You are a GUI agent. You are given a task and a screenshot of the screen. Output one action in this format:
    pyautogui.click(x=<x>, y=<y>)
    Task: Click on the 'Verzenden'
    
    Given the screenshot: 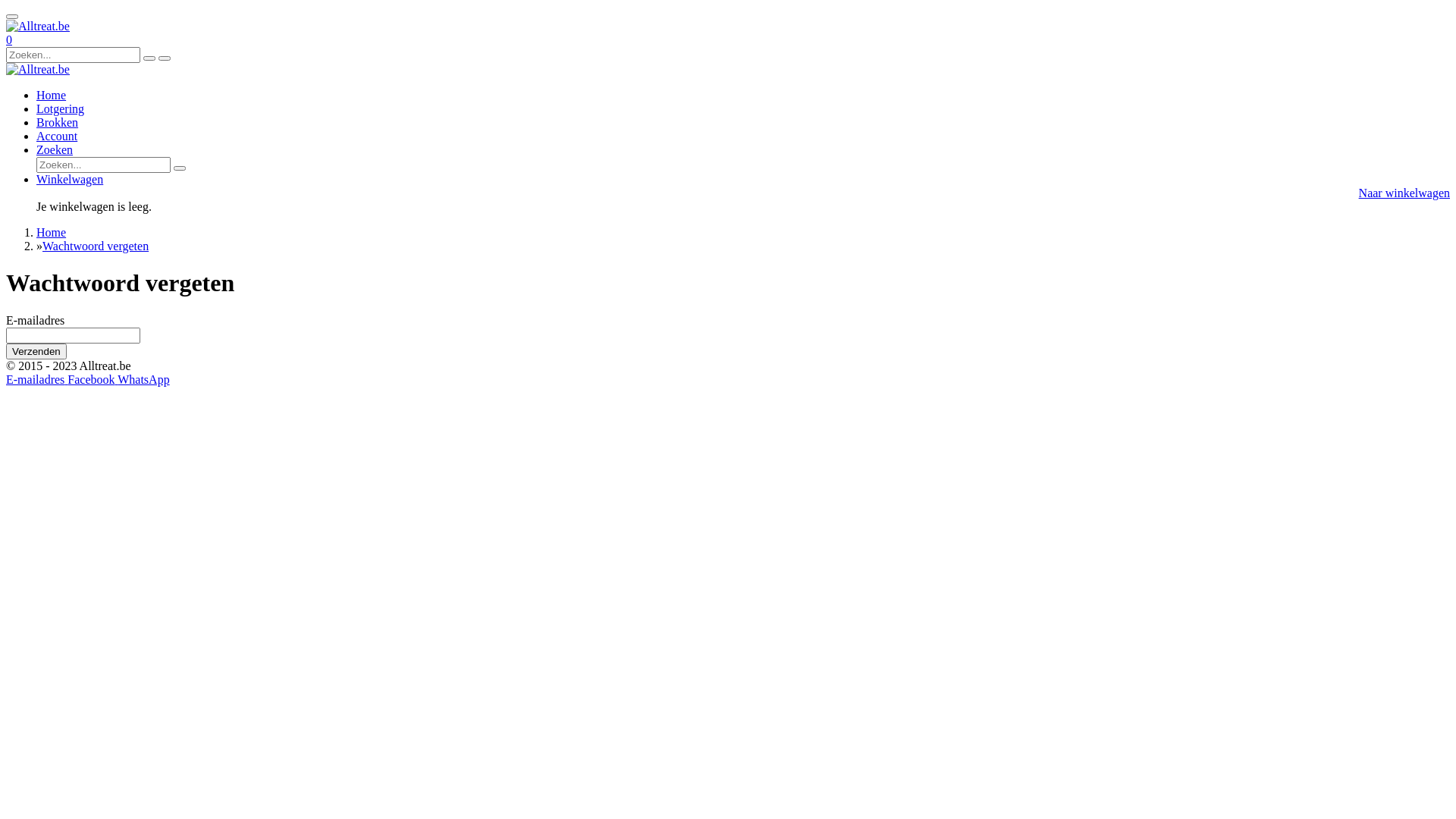 What is the action you would take?
    pyautogui.click(x=36, y=351)
    